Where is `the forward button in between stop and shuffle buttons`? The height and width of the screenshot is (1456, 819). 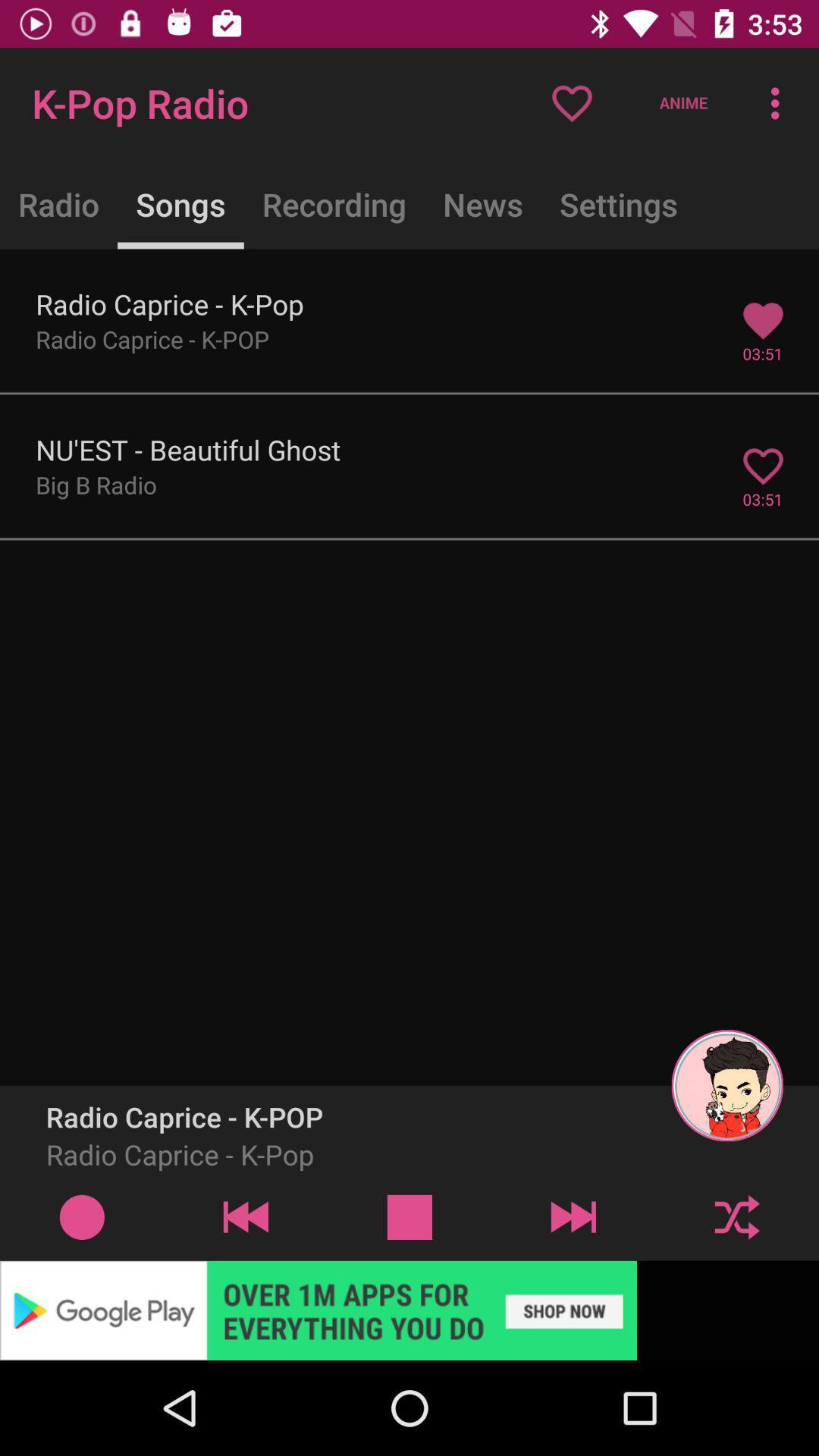
the forward button in between stop and shuffle buttons is located at coordinates (573, 1216).